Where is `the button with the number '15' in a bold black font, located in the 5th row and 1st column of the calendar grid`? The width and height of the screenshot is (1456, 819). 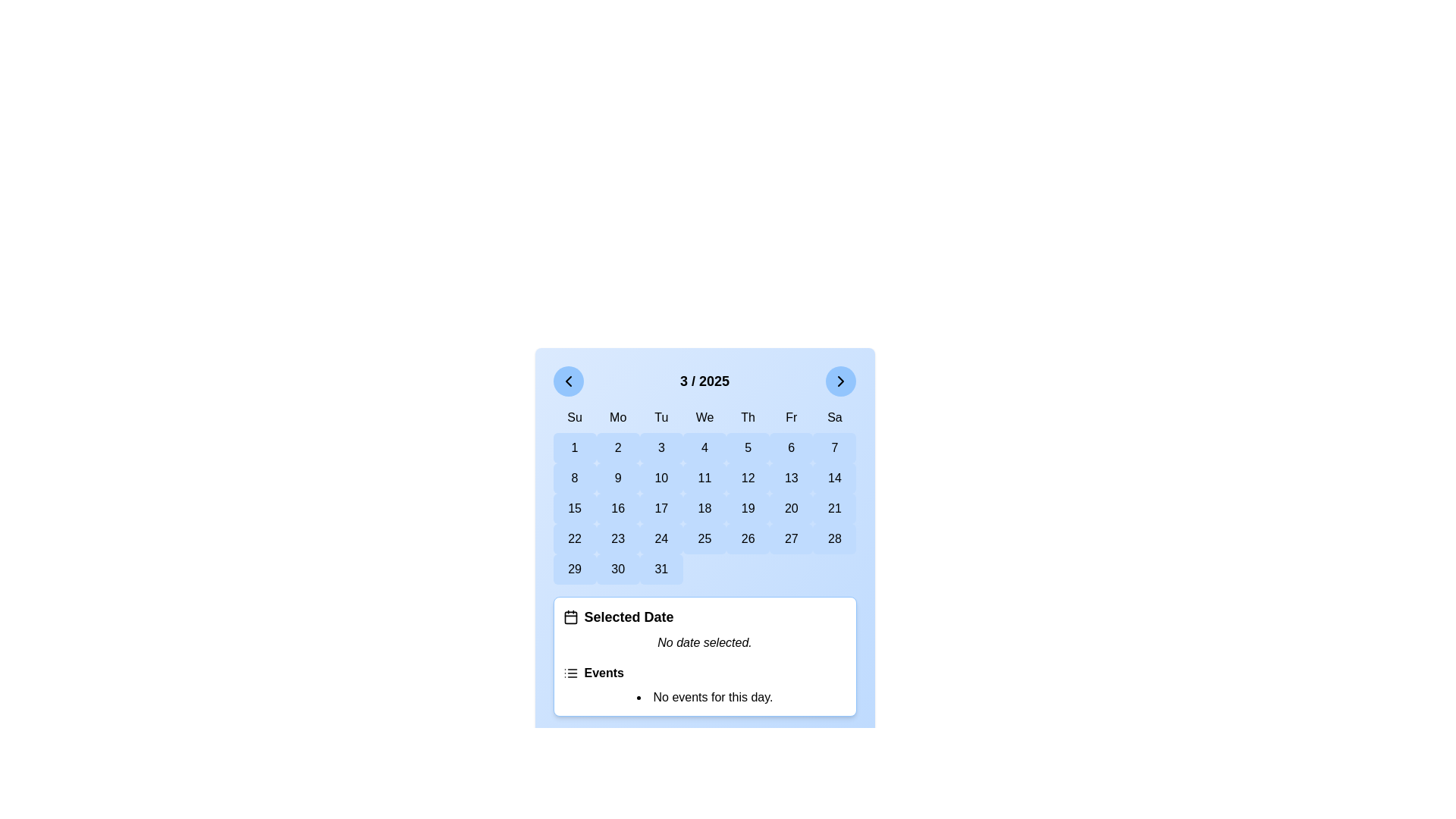
the button with the number '15' in a bold black font, located in the 5th row and 1st column of the calendar grid is located at coordinates (574, 509).